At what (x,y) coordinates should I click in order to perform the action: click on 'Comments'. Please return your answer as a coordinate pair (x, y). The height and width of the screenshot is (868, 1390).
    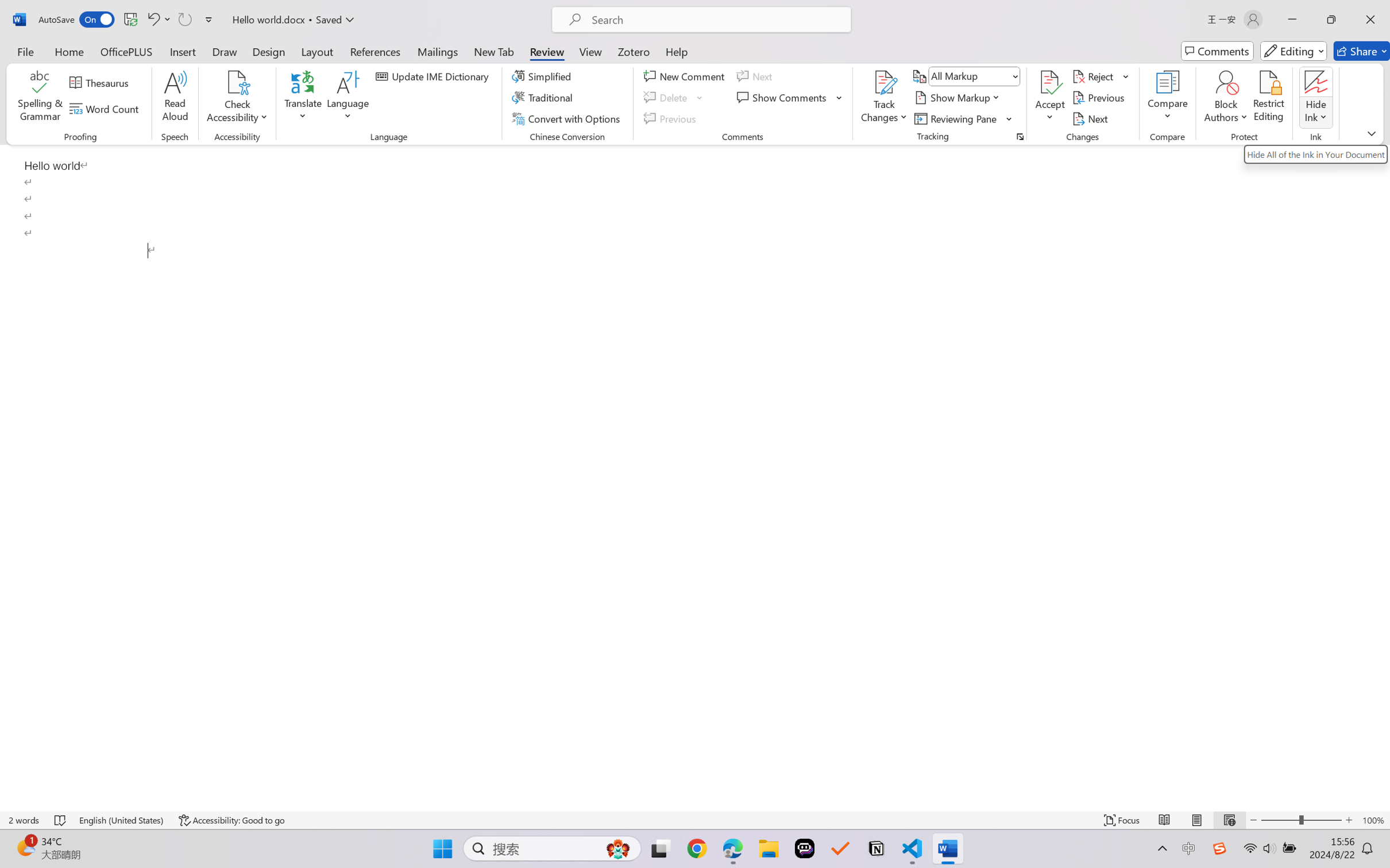
    Looking at the image, I should click on (1217, 51).